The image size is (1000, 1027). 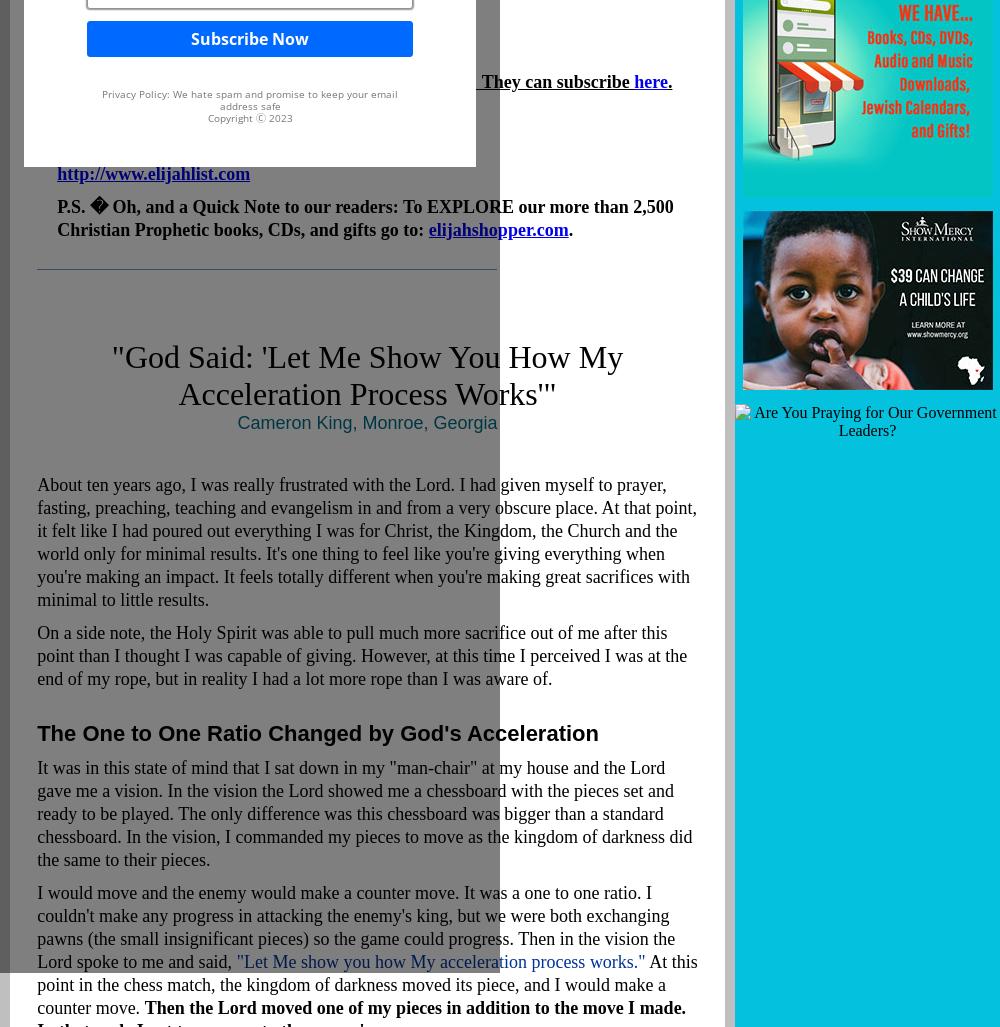 What do you see at coordinates (366, 422) in the screenshot?
I see `'Cameron King, Monroe, Georgia'` at bounding box center [366, 422].